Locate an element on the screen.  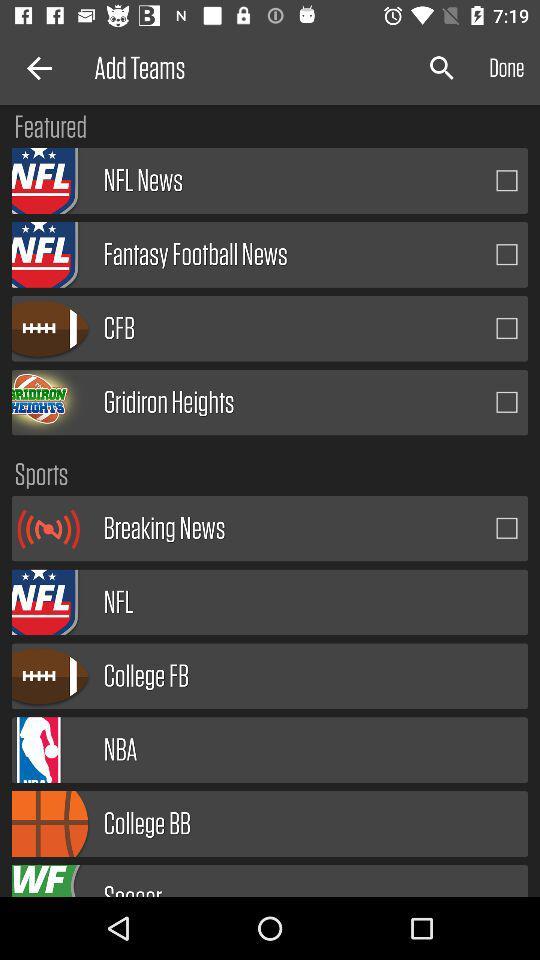
breaking news alerts is located at coordinates (507, 527).